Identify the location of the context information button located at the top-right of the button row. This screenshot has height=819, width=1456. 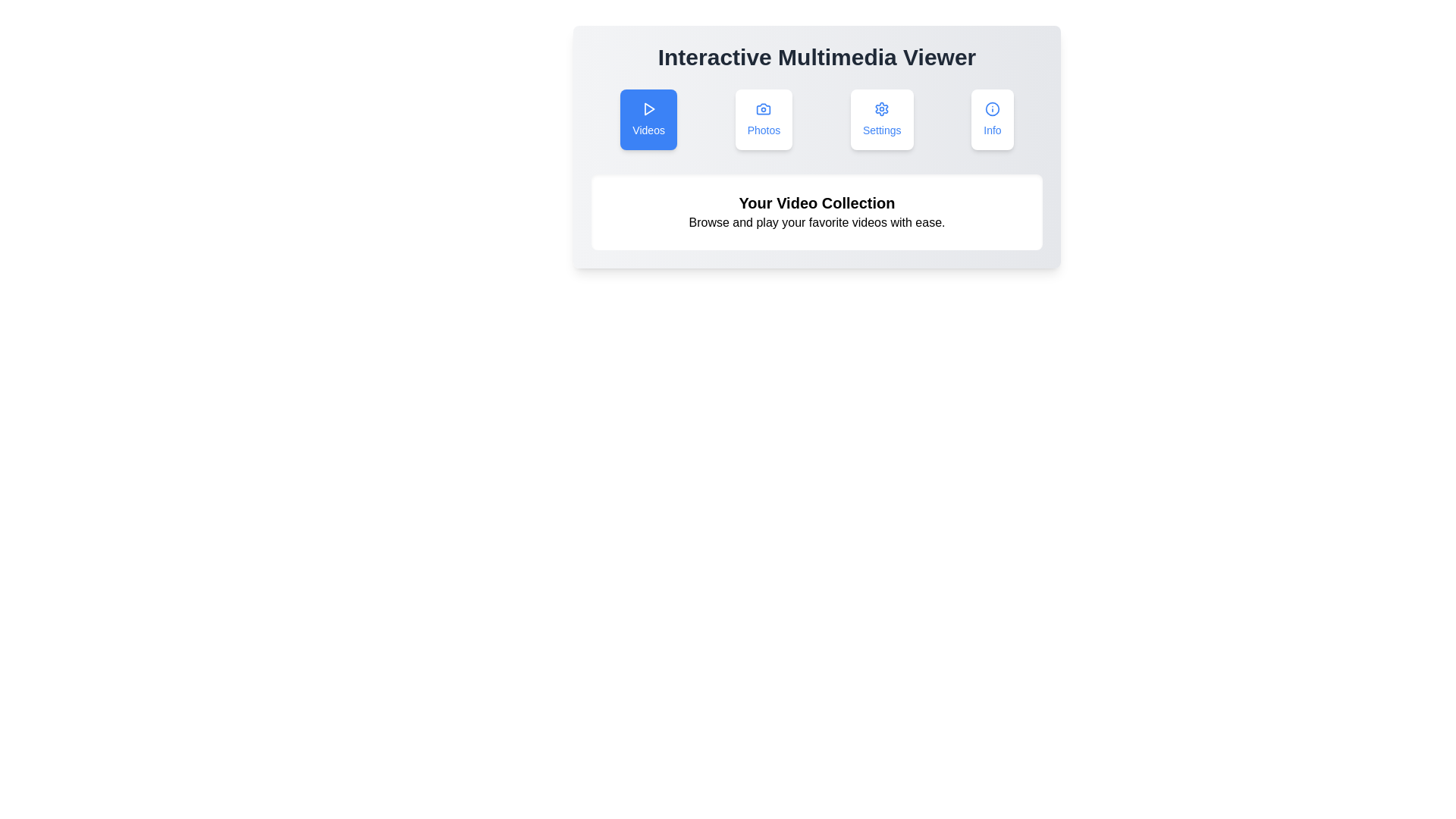
(992, 119).